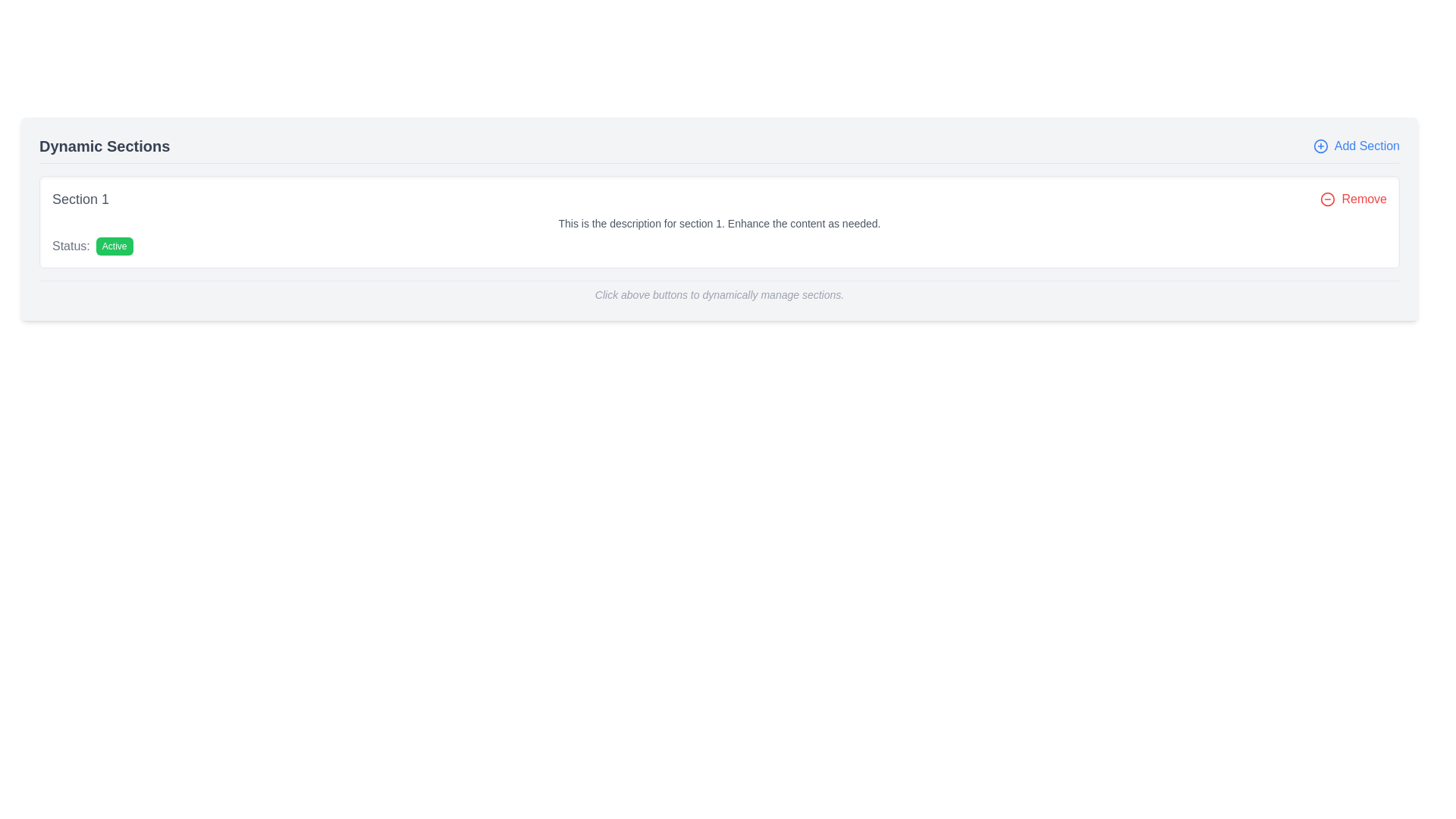 This screenshot has width=1456, height=819. What do you see at coordinates (719, 223) in the screenshot?
I see `the Text label displaying 'This is the description for section 1. Enhance the content as needed.' which is centrally aligned and located between the section heading and the status indicator` at bounding box center [719, 223].